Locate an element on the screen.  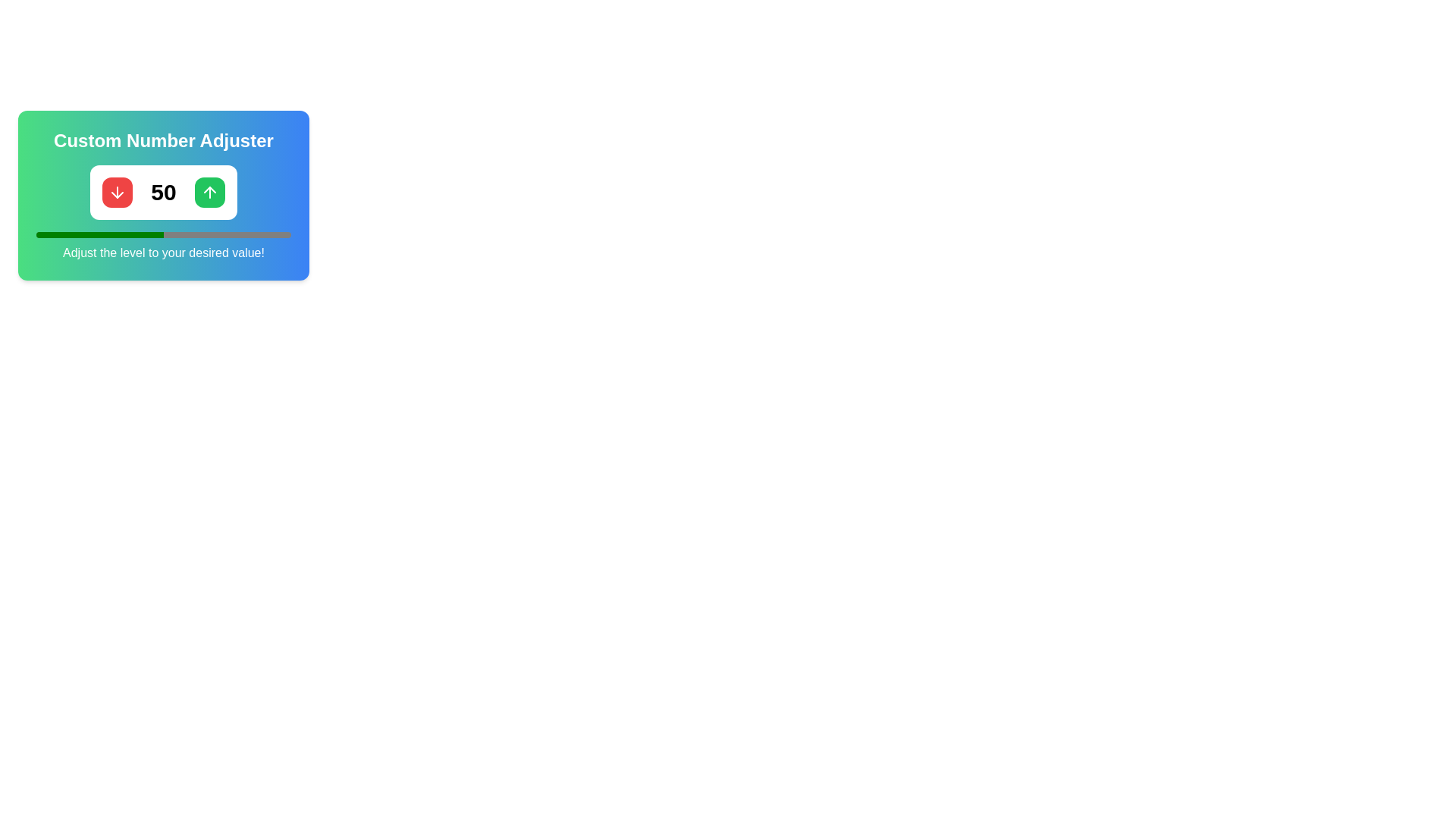
the slider value is located at coordinates (107, 234).